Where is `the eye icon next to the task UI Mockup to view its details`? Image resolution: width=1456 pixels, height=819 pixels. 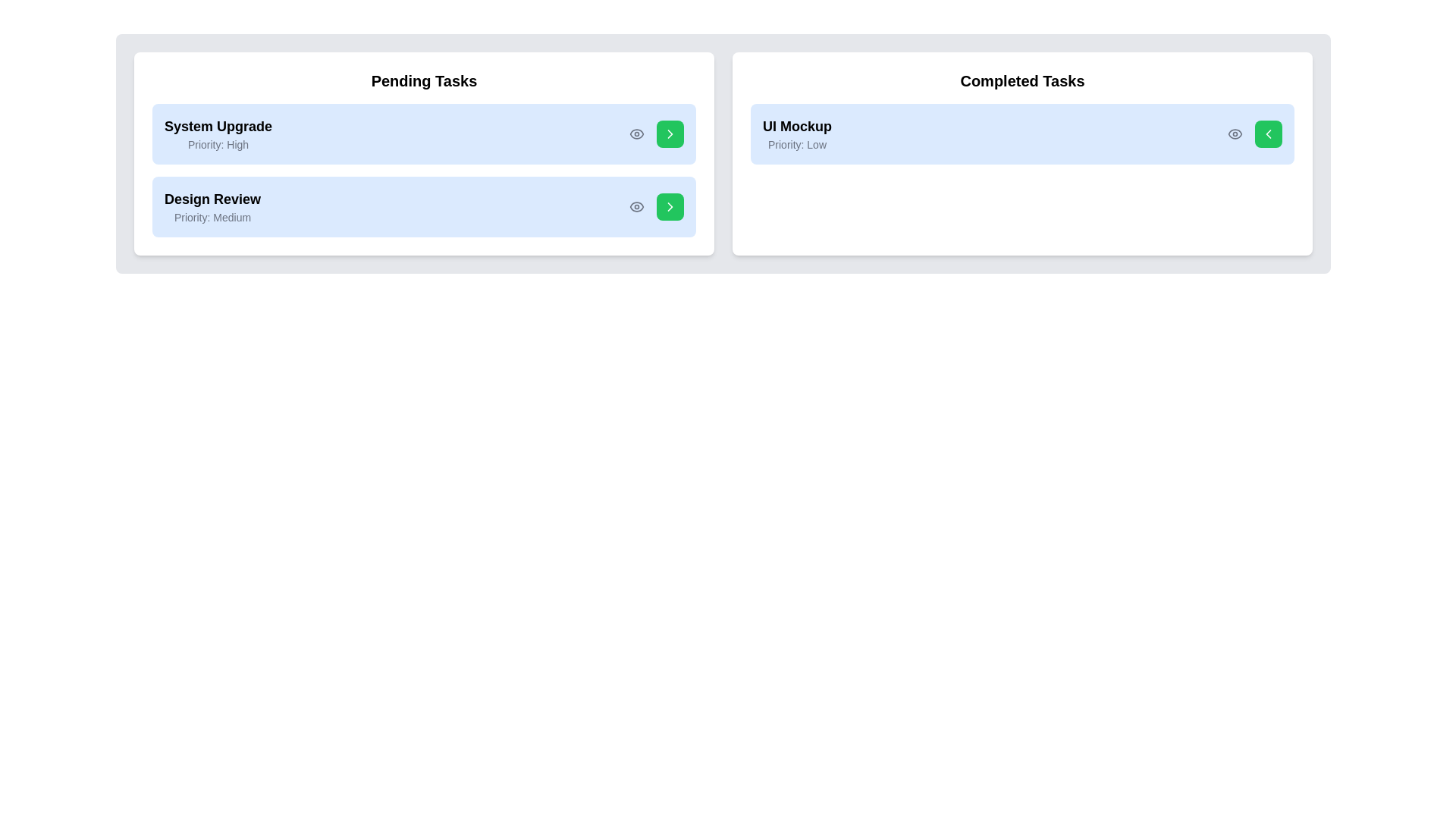
the eye icon next to the task UI Mockup to view its details is located at coordinates (1235, 133).